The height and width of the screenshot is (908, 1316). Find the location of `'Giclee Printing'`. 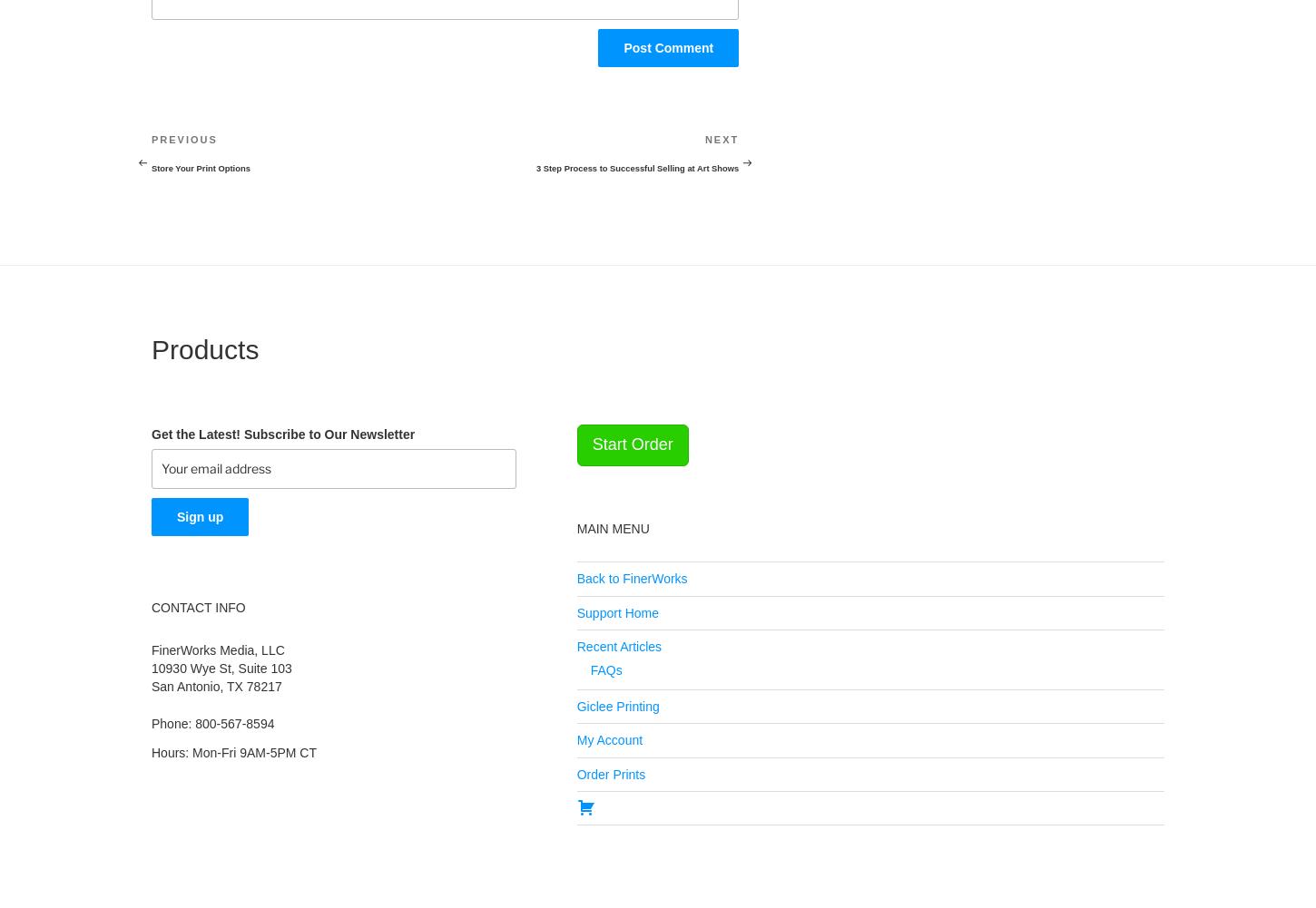

'Giclee Printing' is located at coordinates (616, 705).